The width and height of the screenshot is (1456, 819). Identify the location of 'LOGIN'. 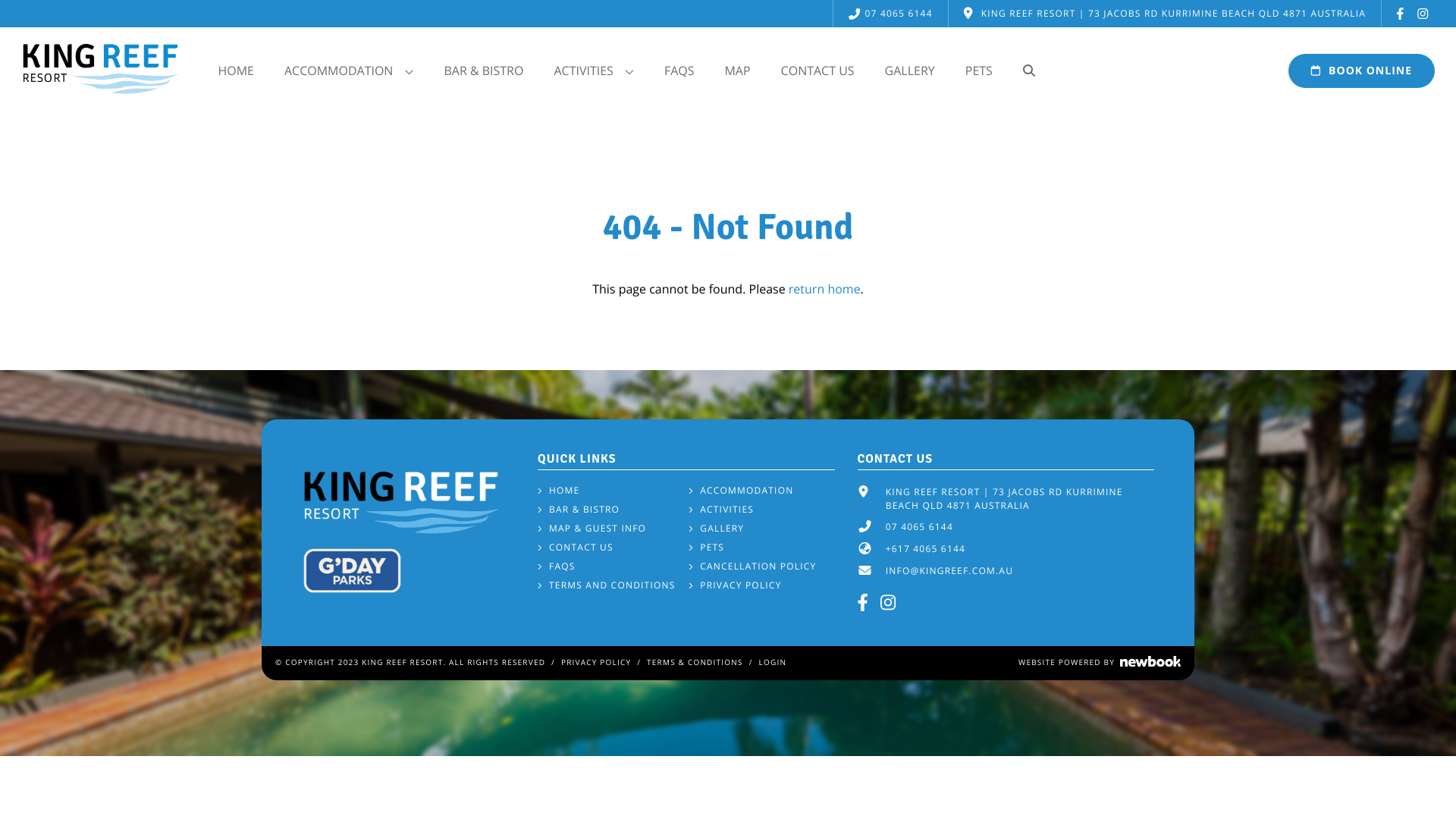
(773, 661).